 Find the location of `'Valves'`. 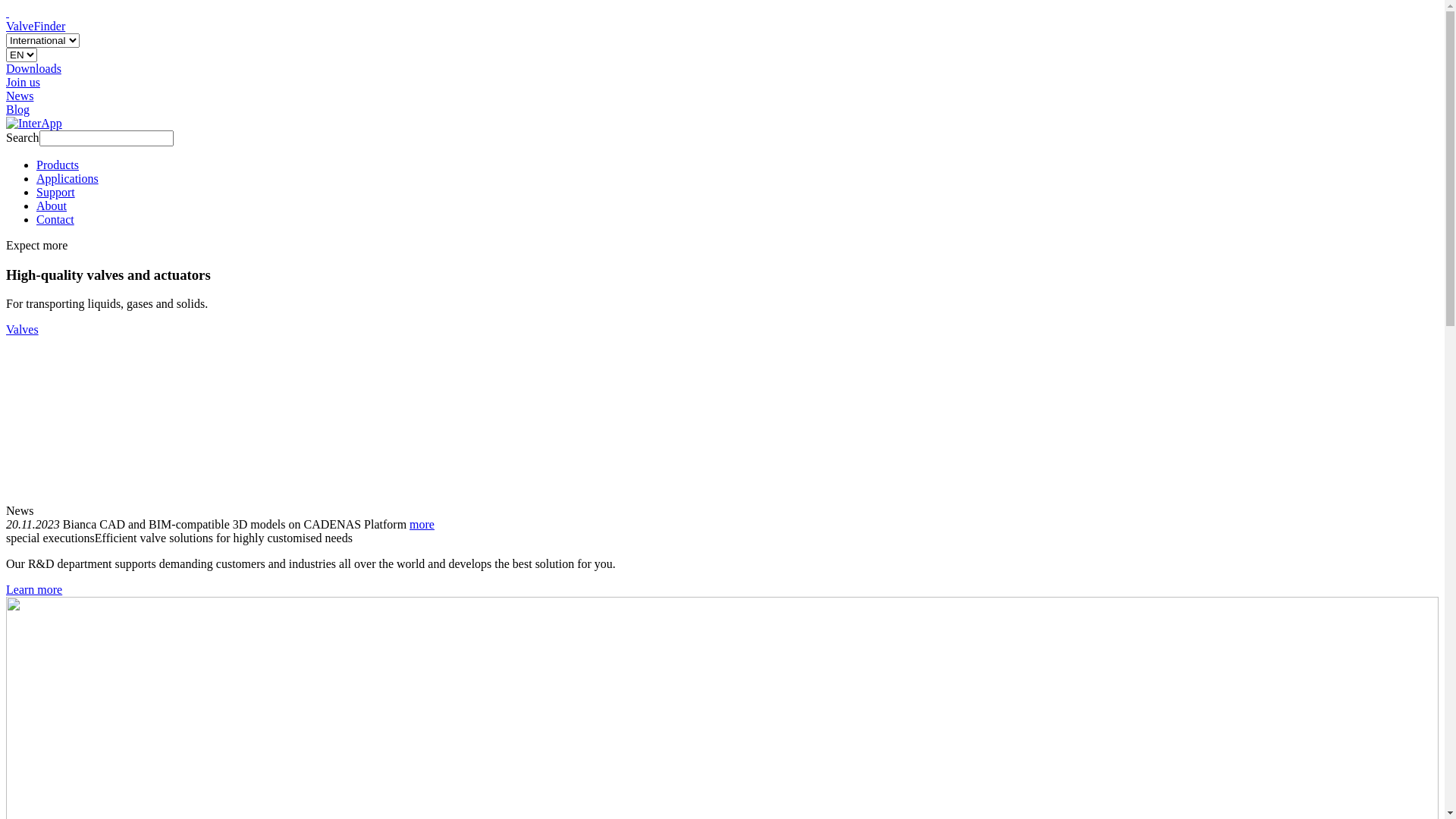

'Valves' is located at coordinates (22, 328).